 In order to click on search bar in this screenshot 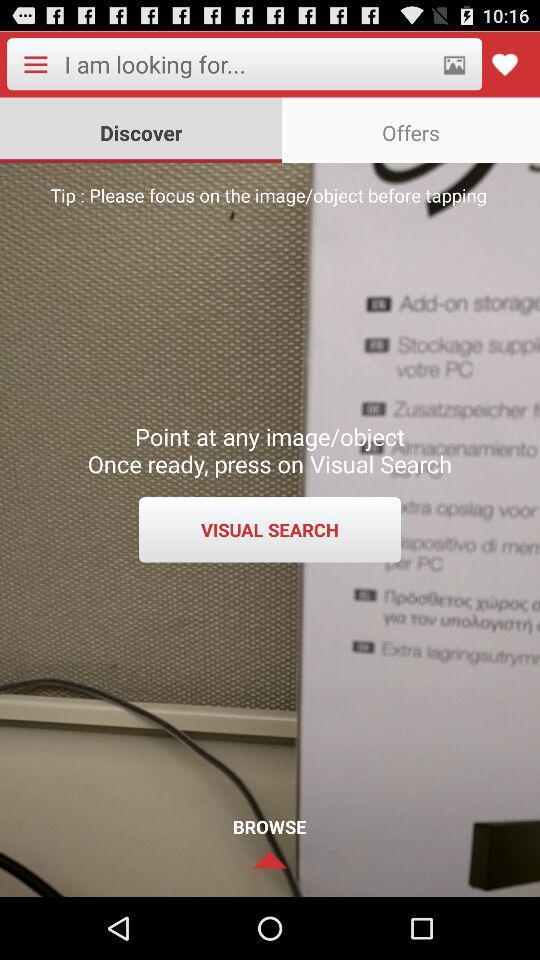, I will do `click(247, 64)`.